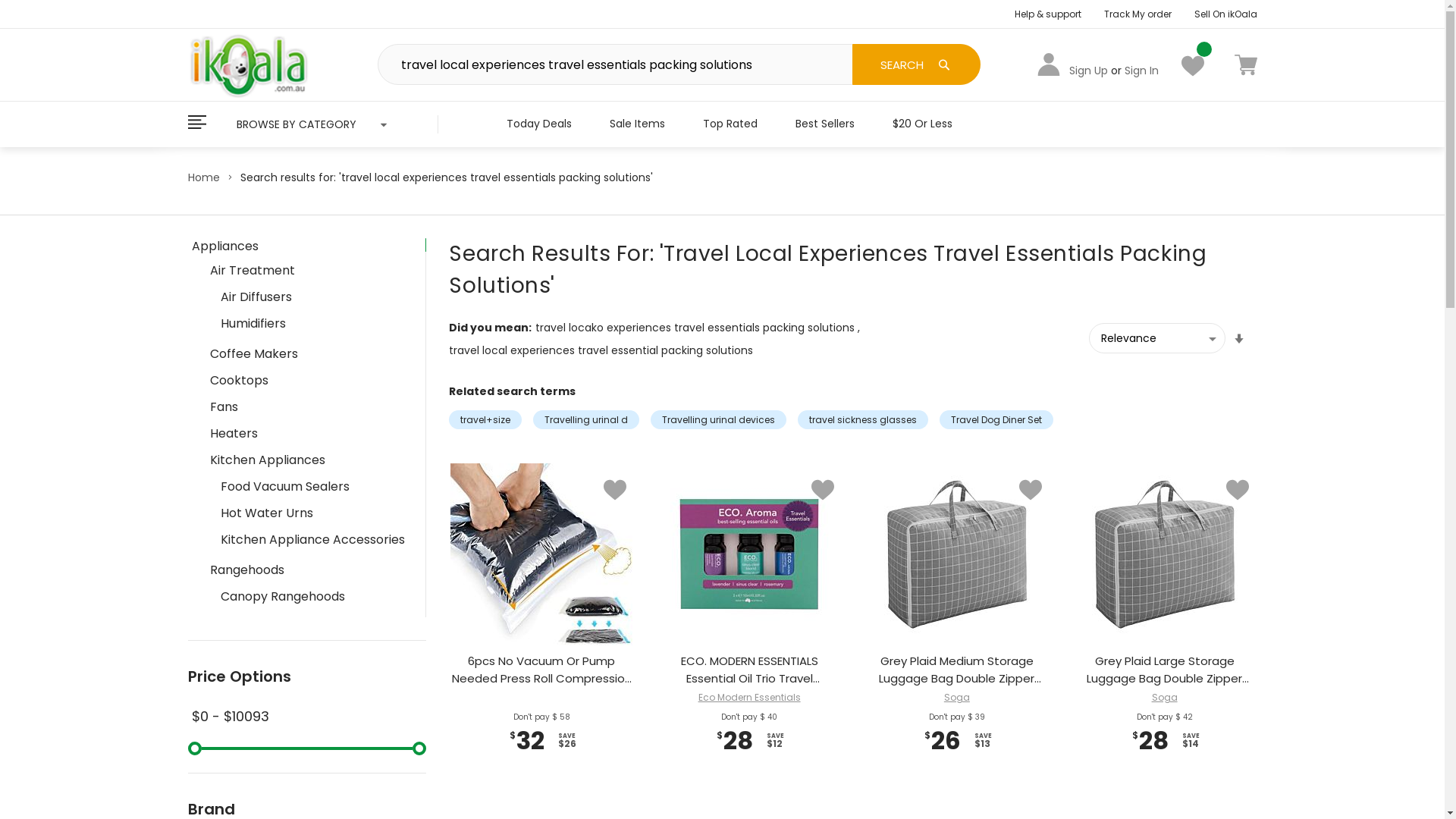 Image resolution: width=1456 pixels, height=819 pixels. What do you see at coordinates (651, 420) in the screenshot?
I see `'Travelling urinal devices'` at bounding box center [651, 420].